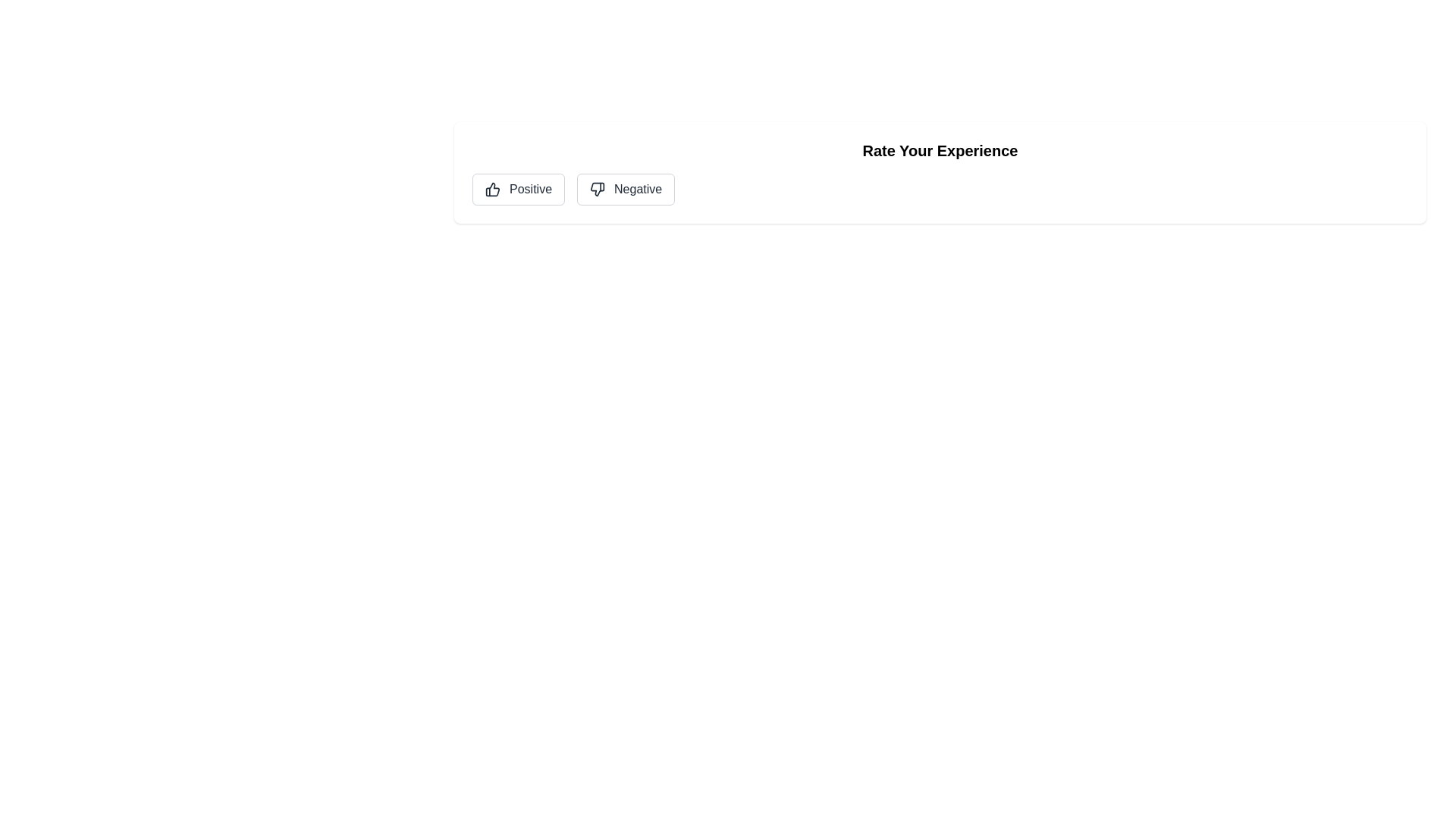 The height and width of the screenshot is (819, 1456). Describe the element at coordinates (626, 189) in the screenshot. I see `'Negative' button to select it` at that location.